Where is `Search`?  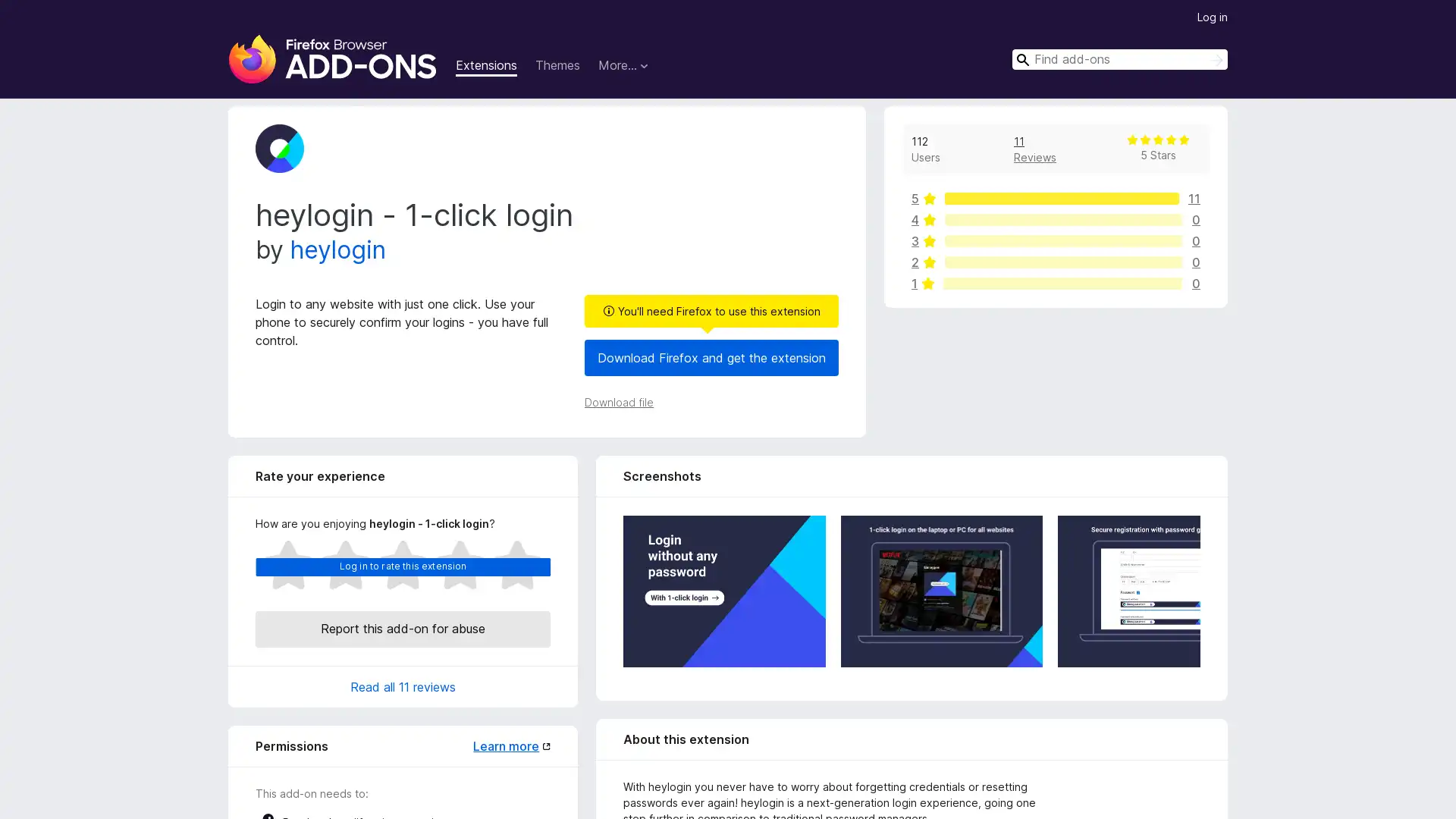 Search is located at coordinates (1216, 60).